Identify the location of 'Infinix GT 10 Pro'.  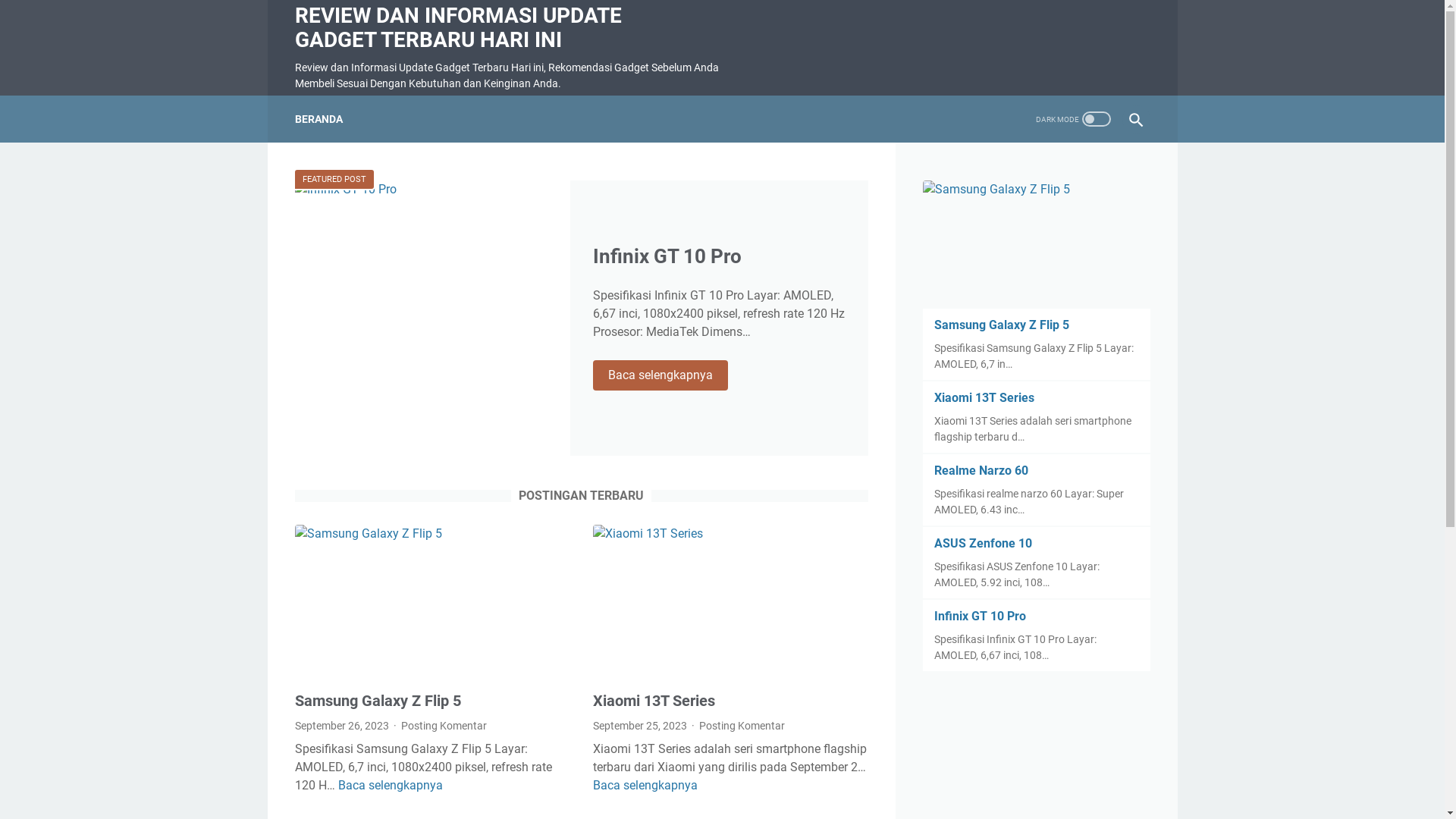
(667, 256).